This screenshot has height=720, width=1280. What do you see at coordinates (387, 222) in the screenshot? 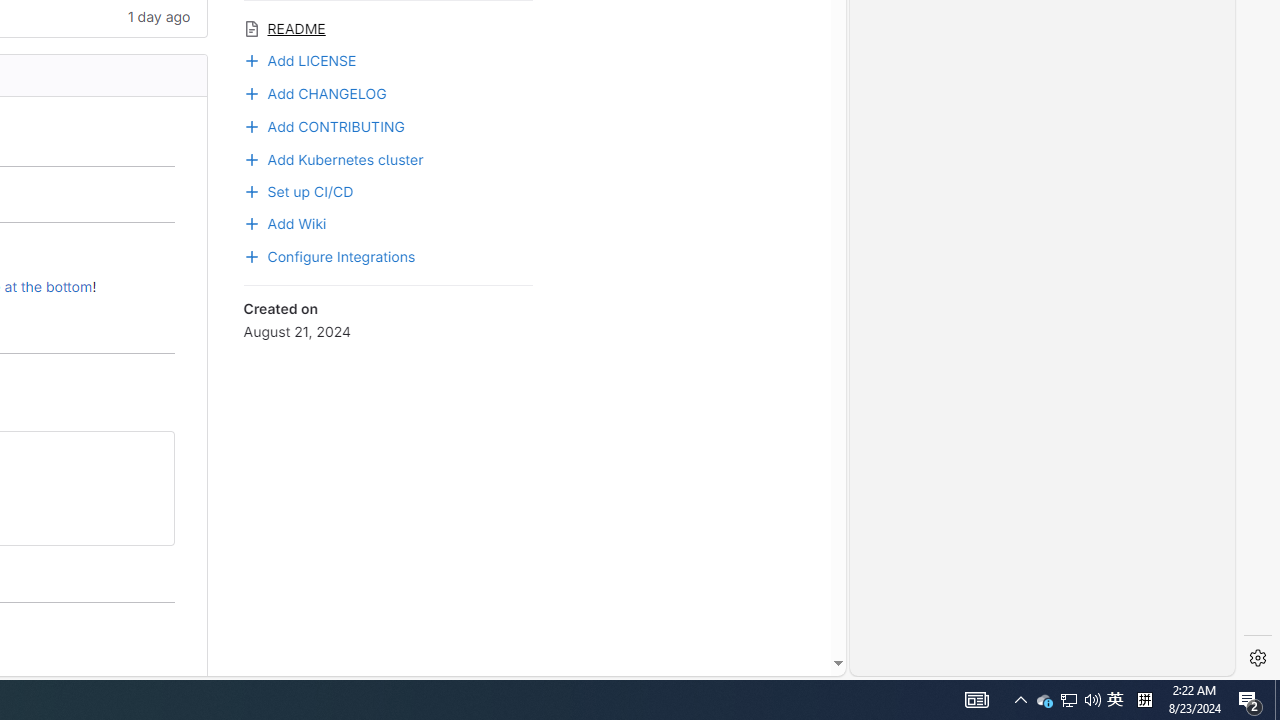
I see `'Add Wiki'` at bounding box center [387, 222].